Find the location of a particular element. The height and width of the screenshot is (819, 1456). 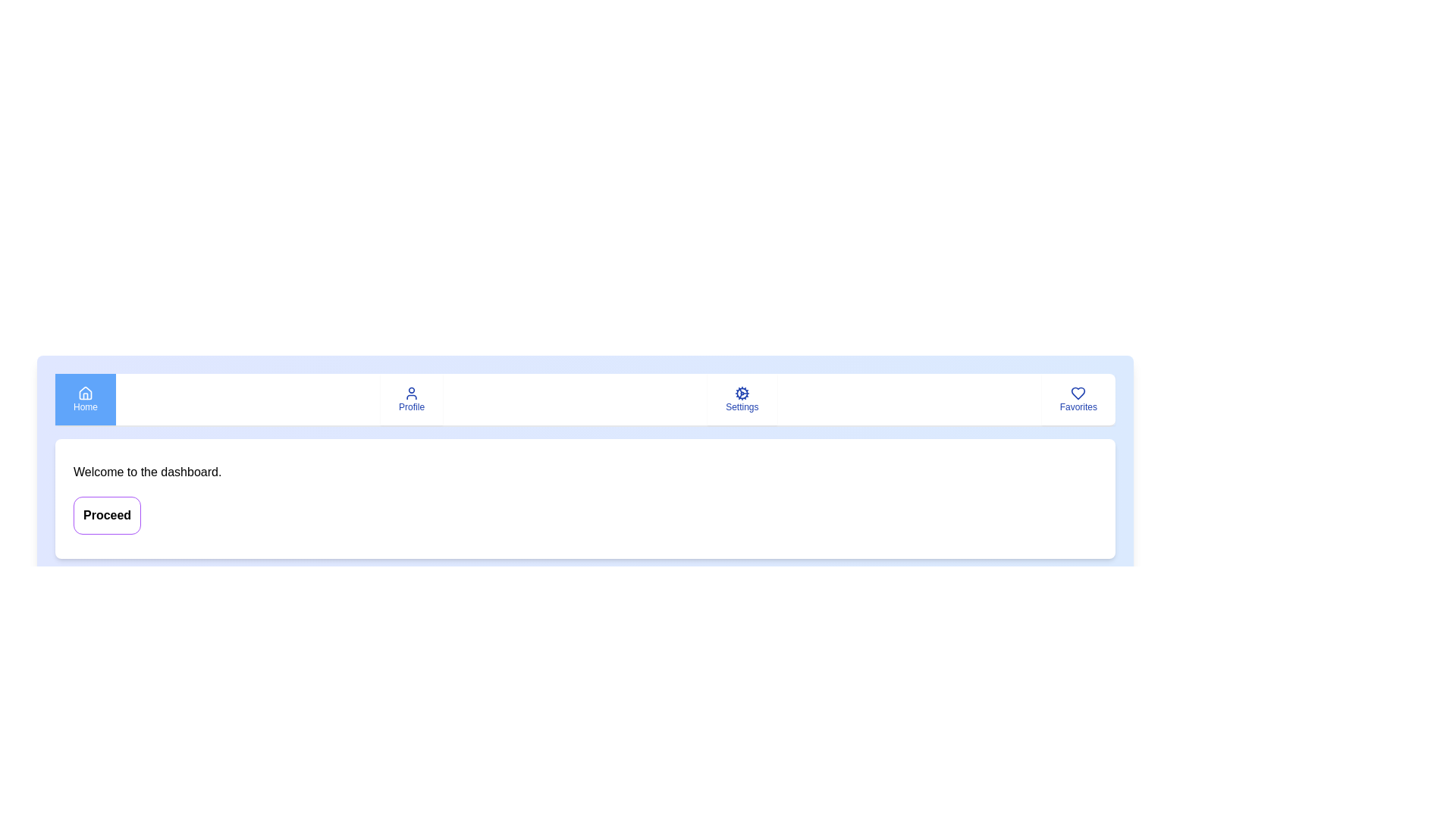

the 'Proceed' button to proceed to the next step is located at coordinates (105, 514).